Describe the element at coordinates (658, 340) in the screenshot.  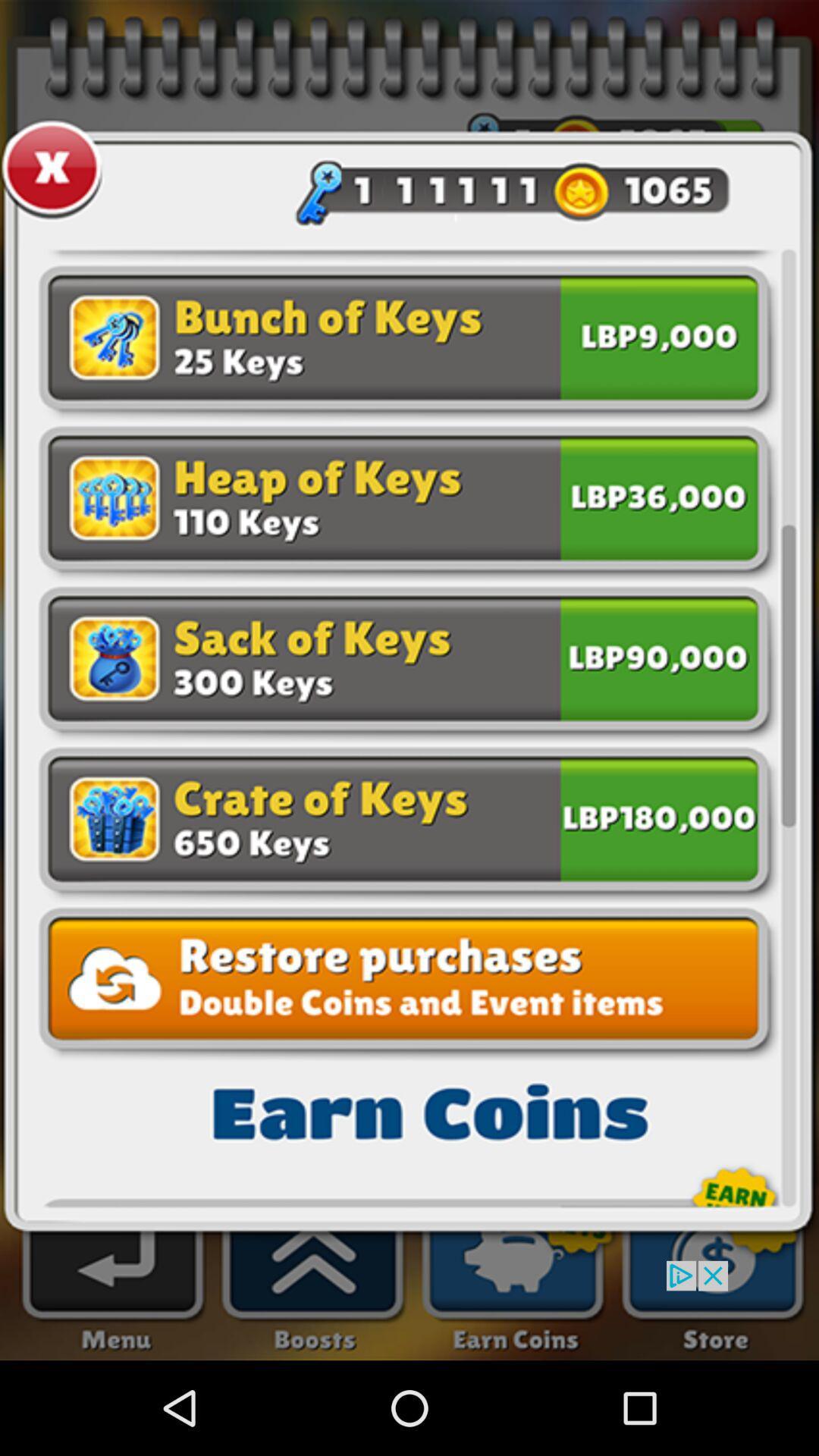
I see `purchase 25 keys` at that location.